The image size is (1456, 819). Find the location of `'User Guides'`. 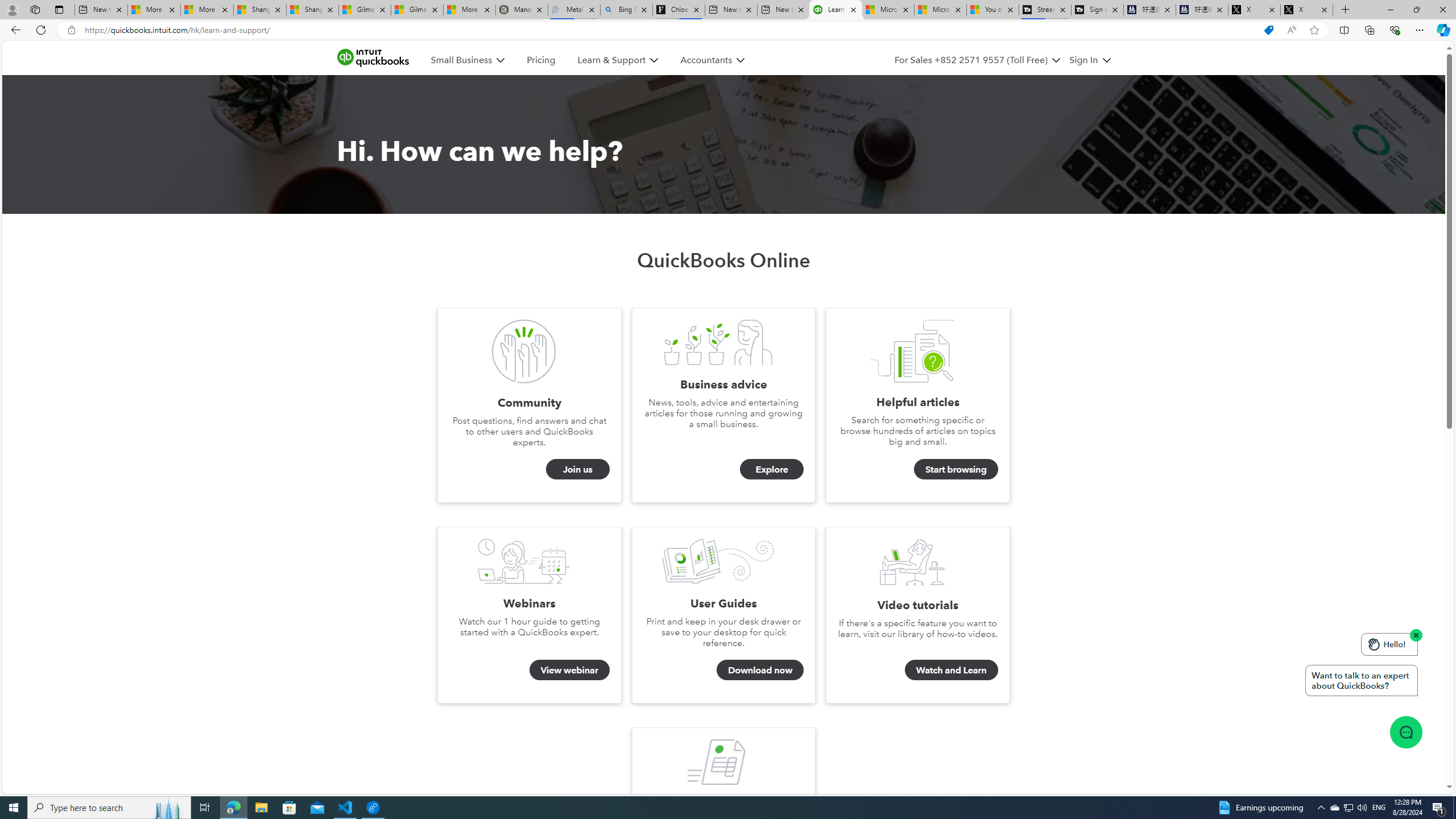

'User Guides' is located at coordinates (717, 561).